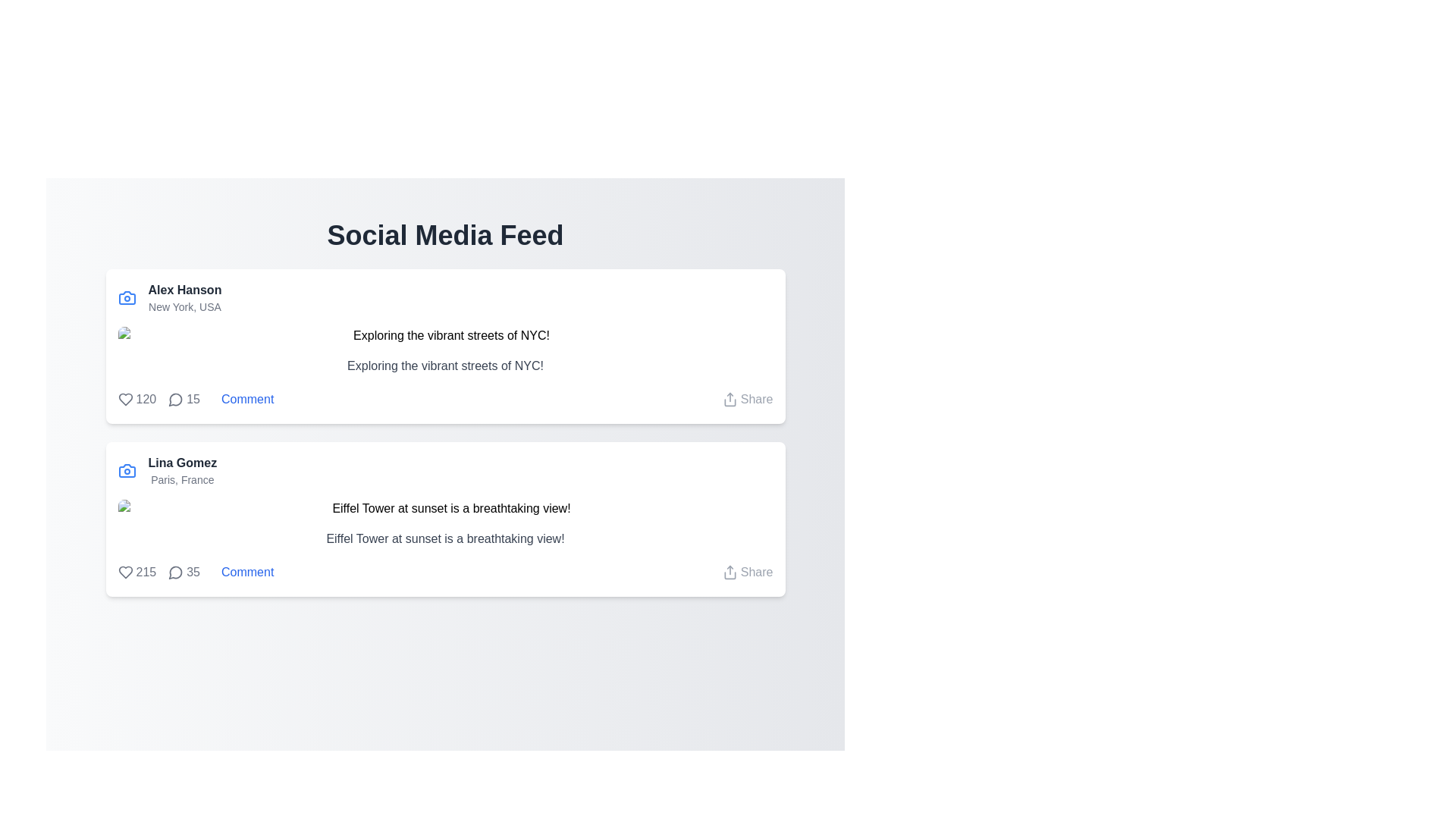  I want to click on the text display that reads 'Eiffel Tower at sunset is a breathtaking view!' which is part of a social media post authored by Lina Gomez, so click(444, 538).